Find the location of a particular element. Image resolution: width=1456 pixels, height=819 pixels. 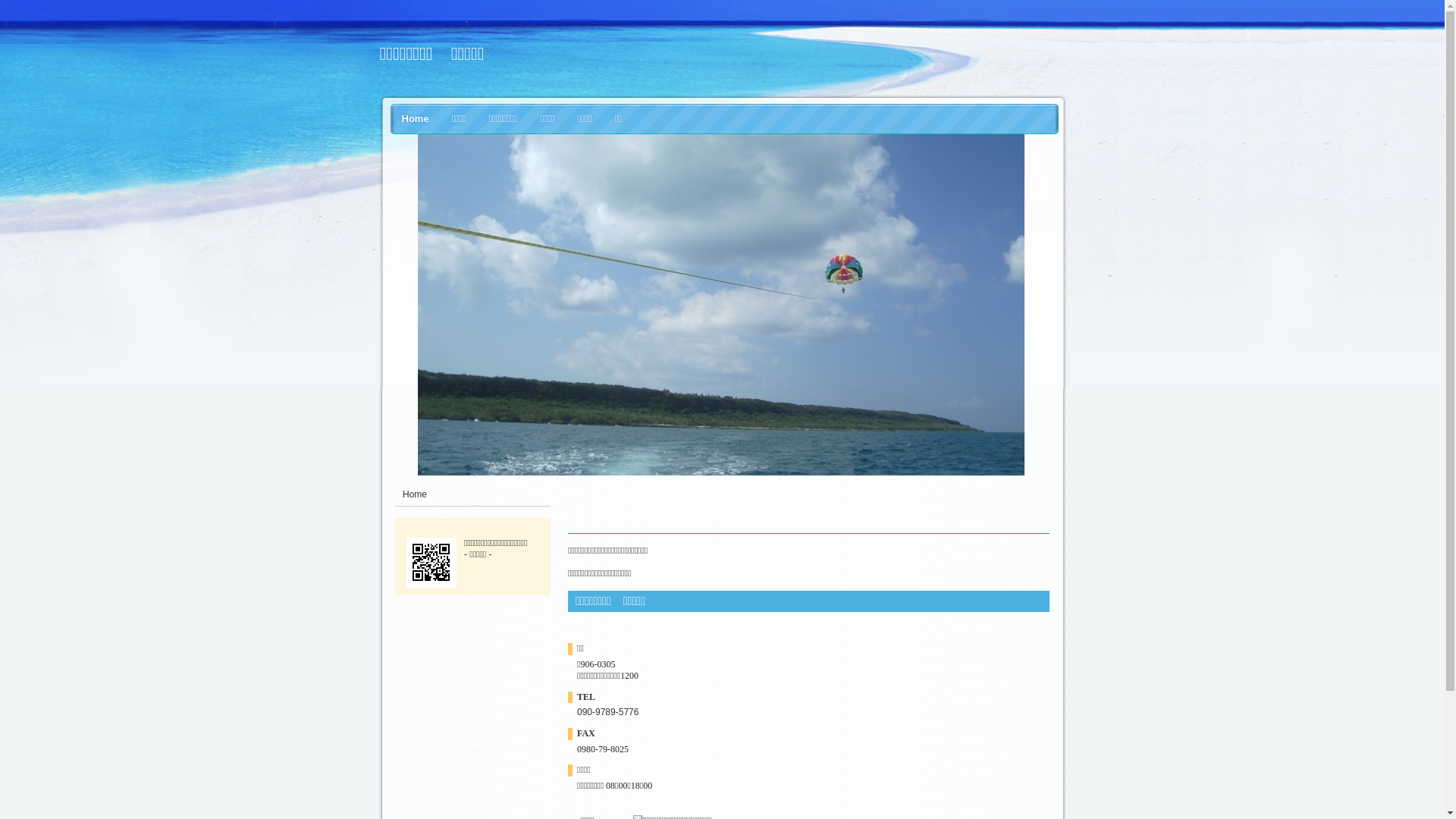

'090-9789-5776' is located at coordinates (576, 711).